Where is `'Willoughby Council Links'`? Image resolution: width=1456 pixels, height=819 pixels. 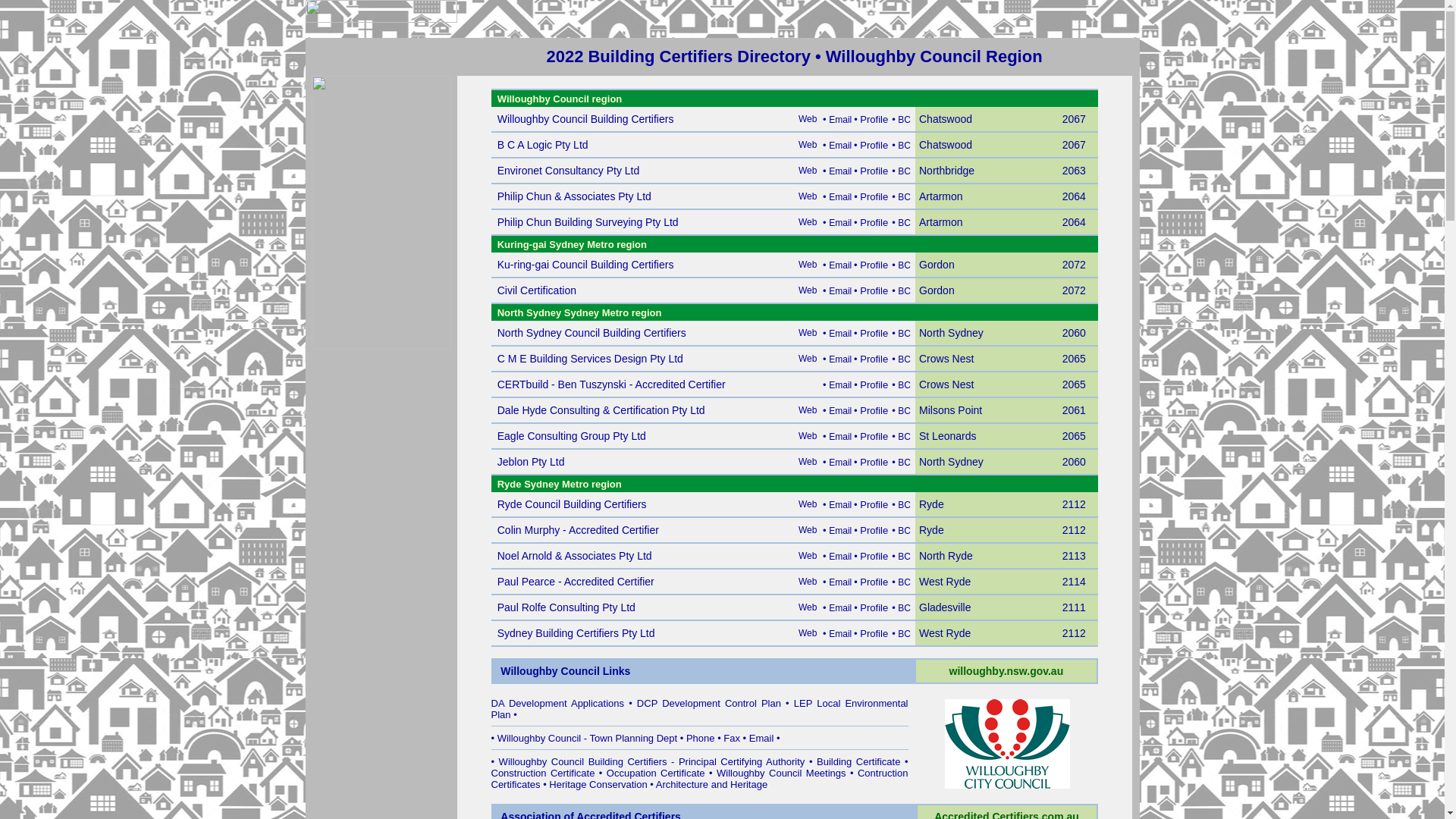 'Willoughby Council Links' is located at coordinates (564, 670).